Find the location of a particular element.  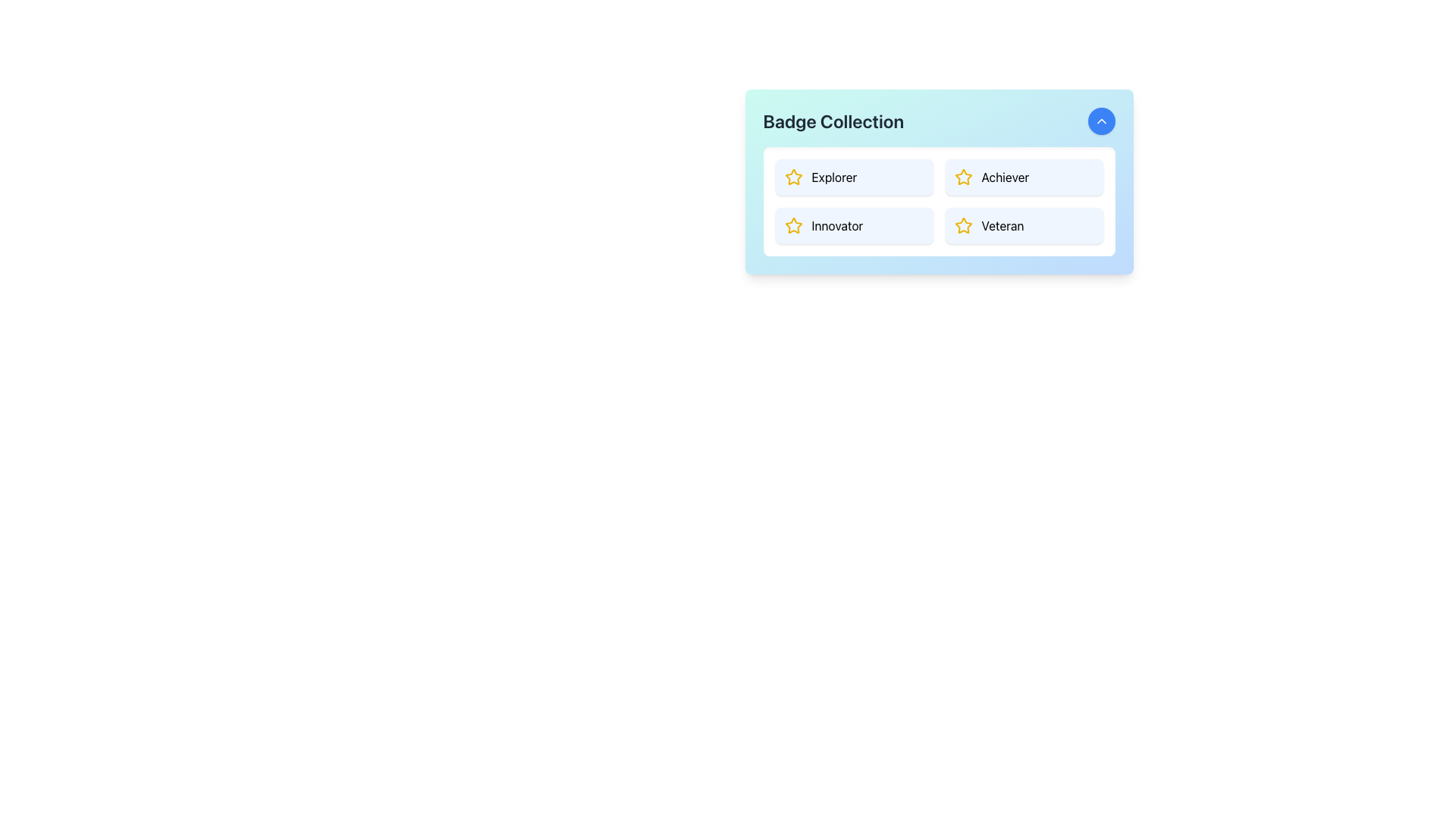

the 'Veteran' badge in the Badge Collection section is located at coordinates (1024, 225).